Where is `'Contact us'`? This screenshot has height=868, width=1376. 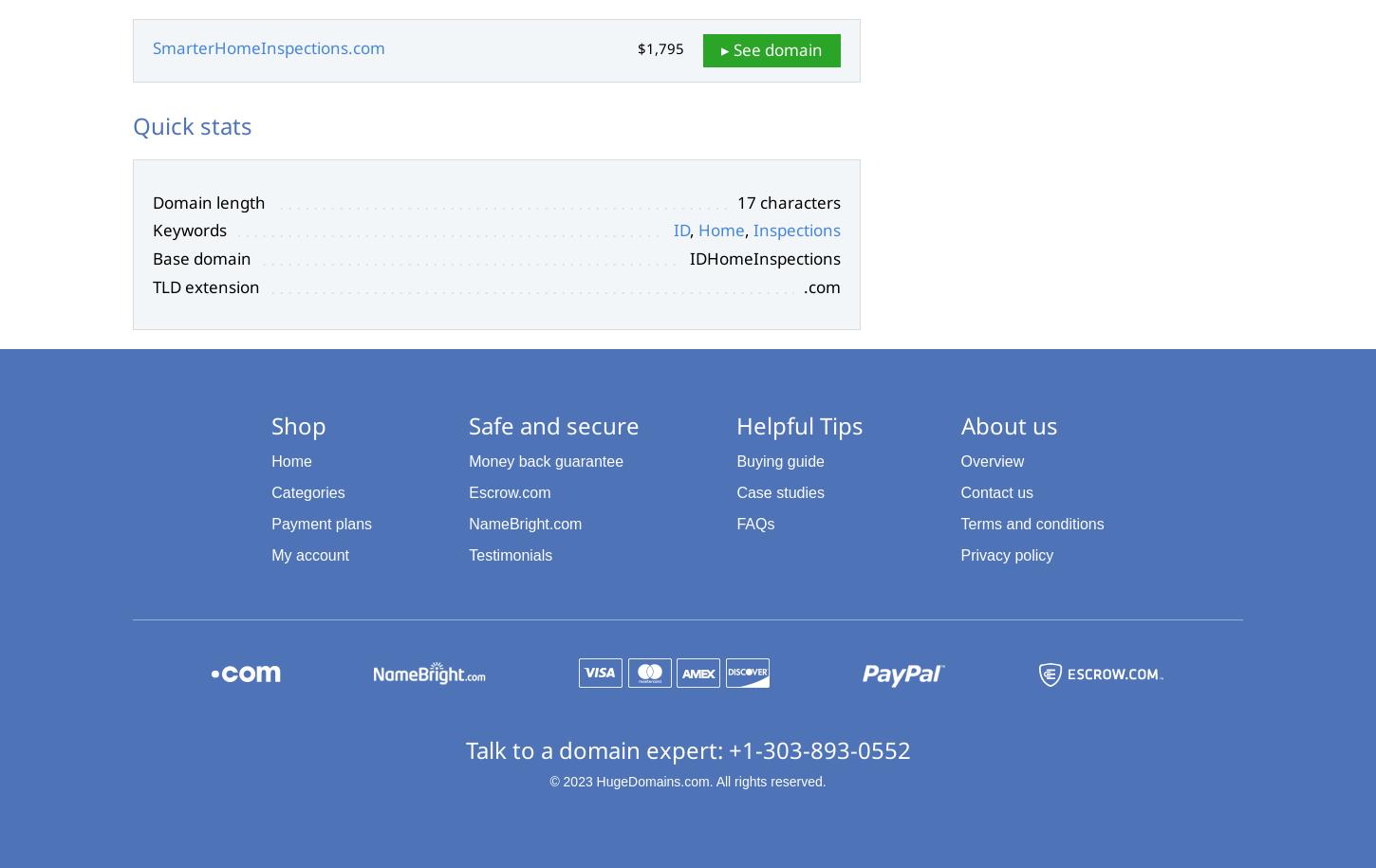
'Contact us' is located at coordinates (996, 492).